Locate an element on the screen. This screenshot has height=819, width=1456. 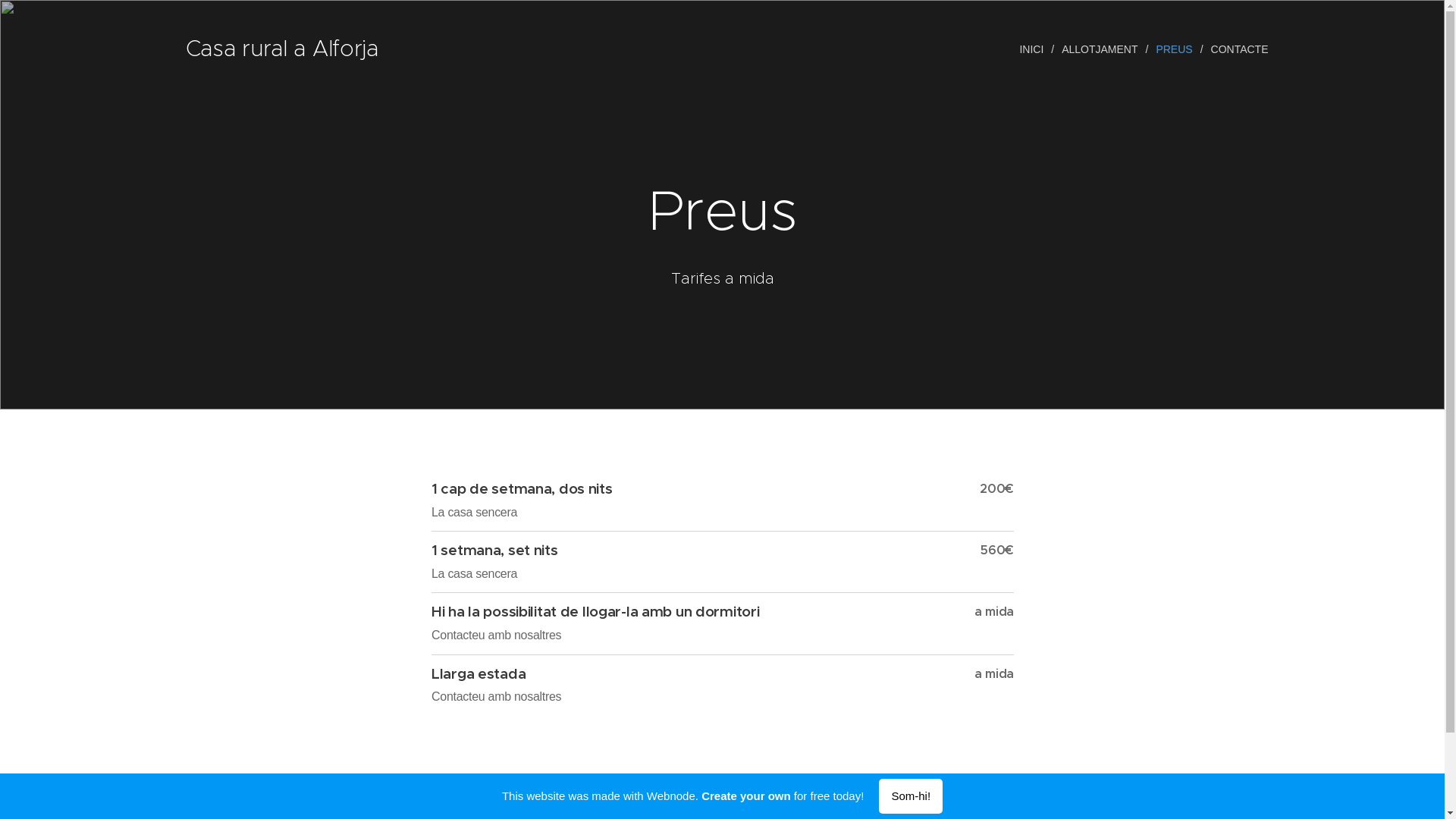
'Casa rural a Alforja ' is located at coordinates (283, 49).